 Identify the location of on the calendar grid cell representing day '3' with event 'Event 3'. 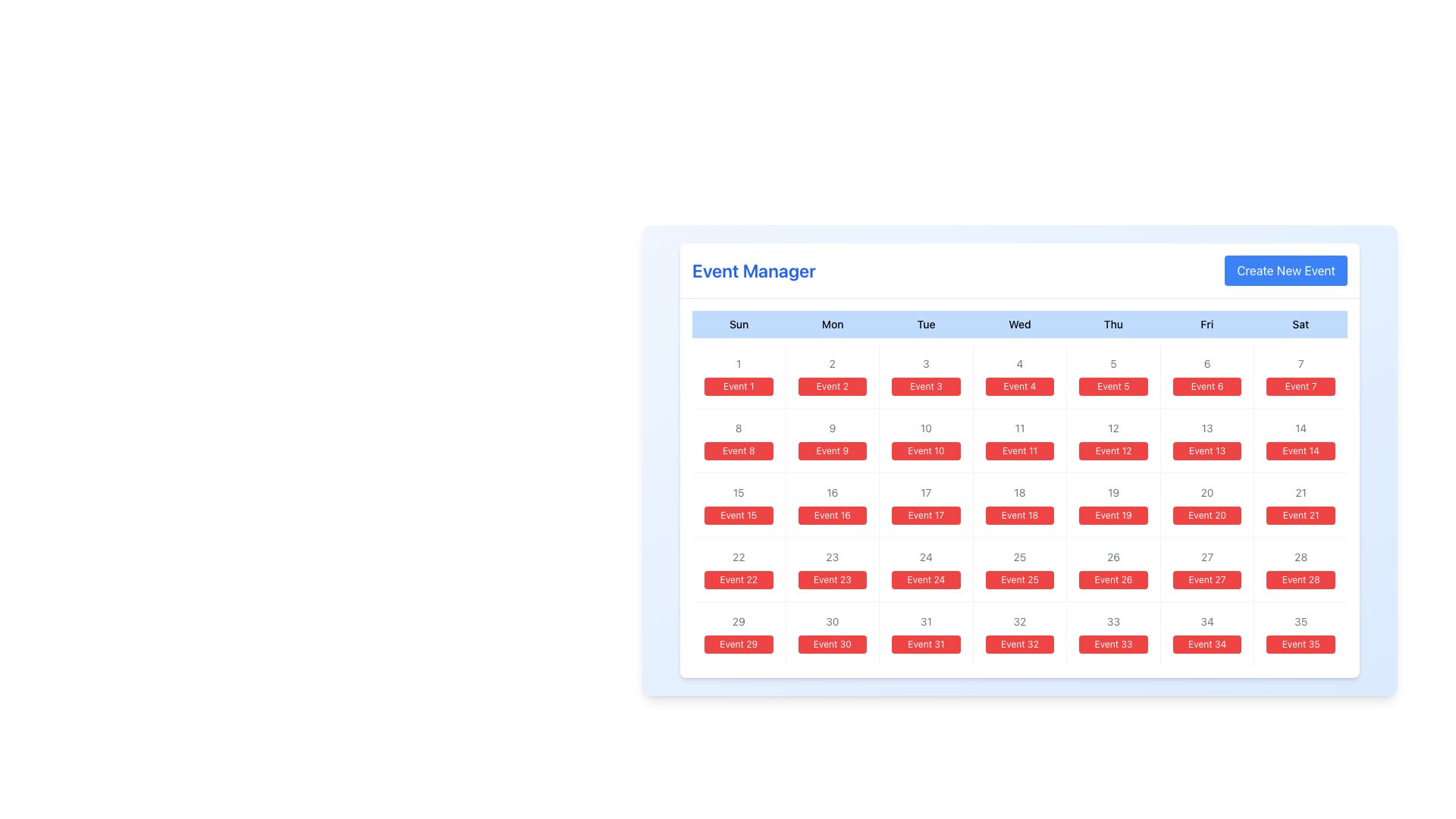
(925, 375).